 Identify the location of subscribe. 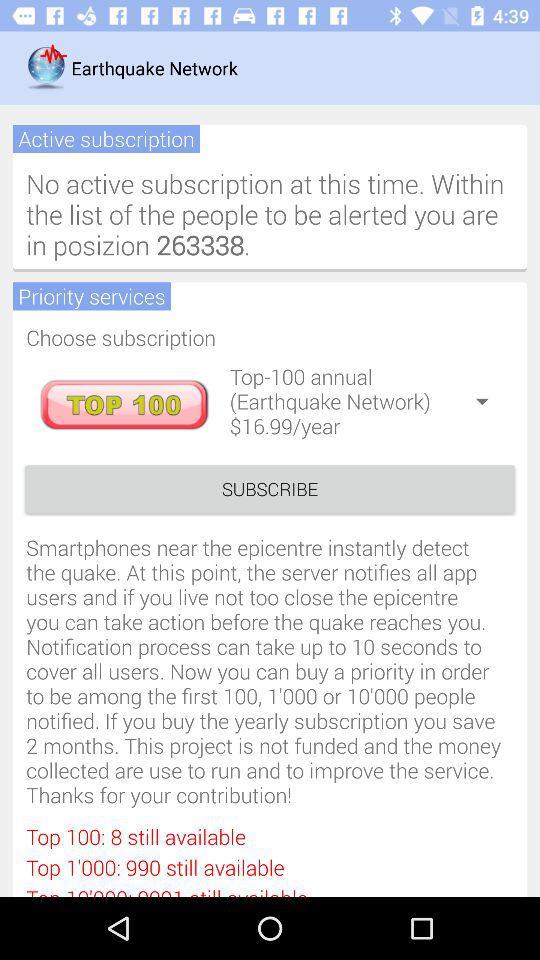
(270, 488).